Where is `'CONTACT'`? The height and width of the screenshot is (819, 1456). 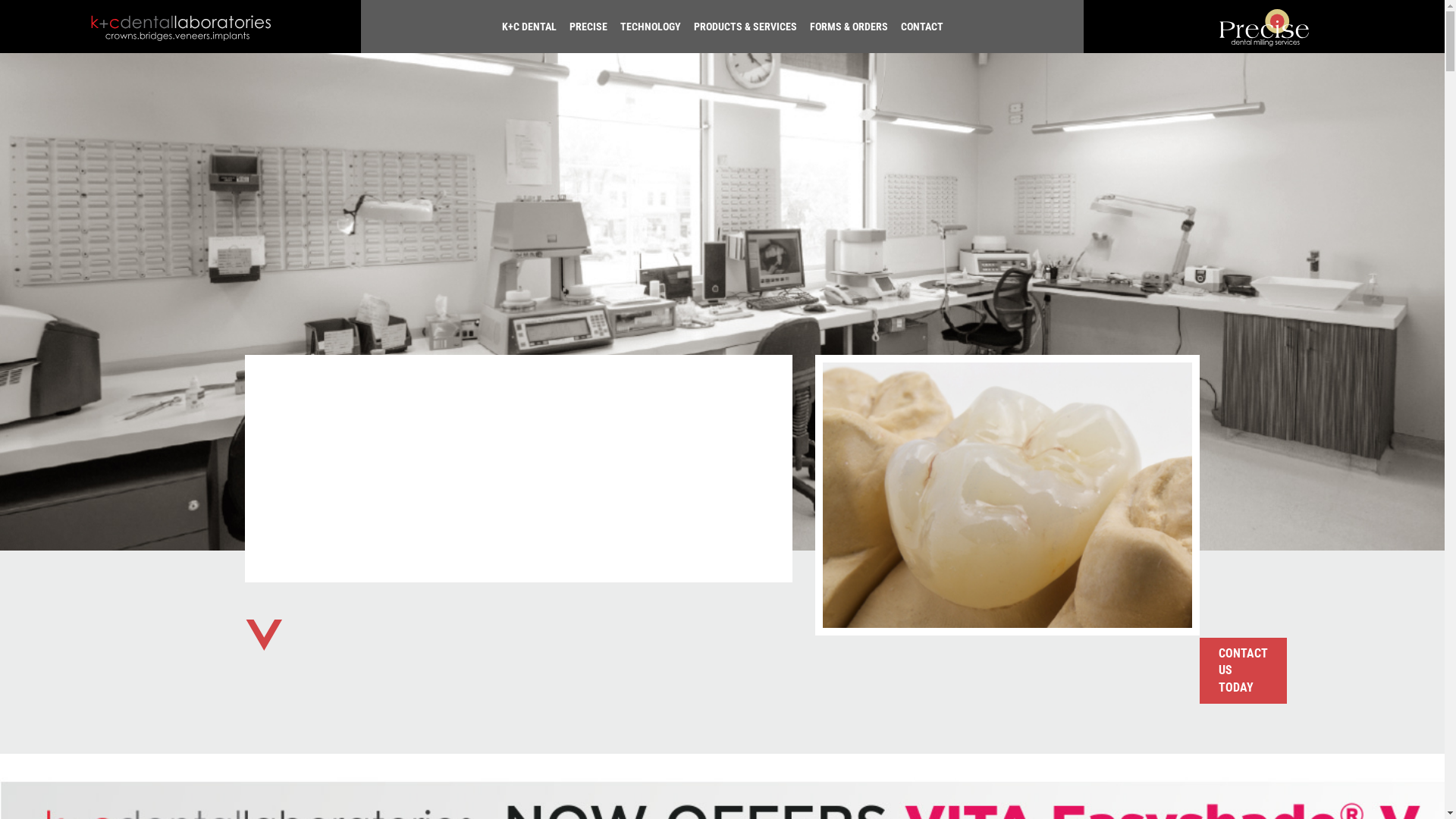 'CONTACT' is located at coordinates (918, 26).